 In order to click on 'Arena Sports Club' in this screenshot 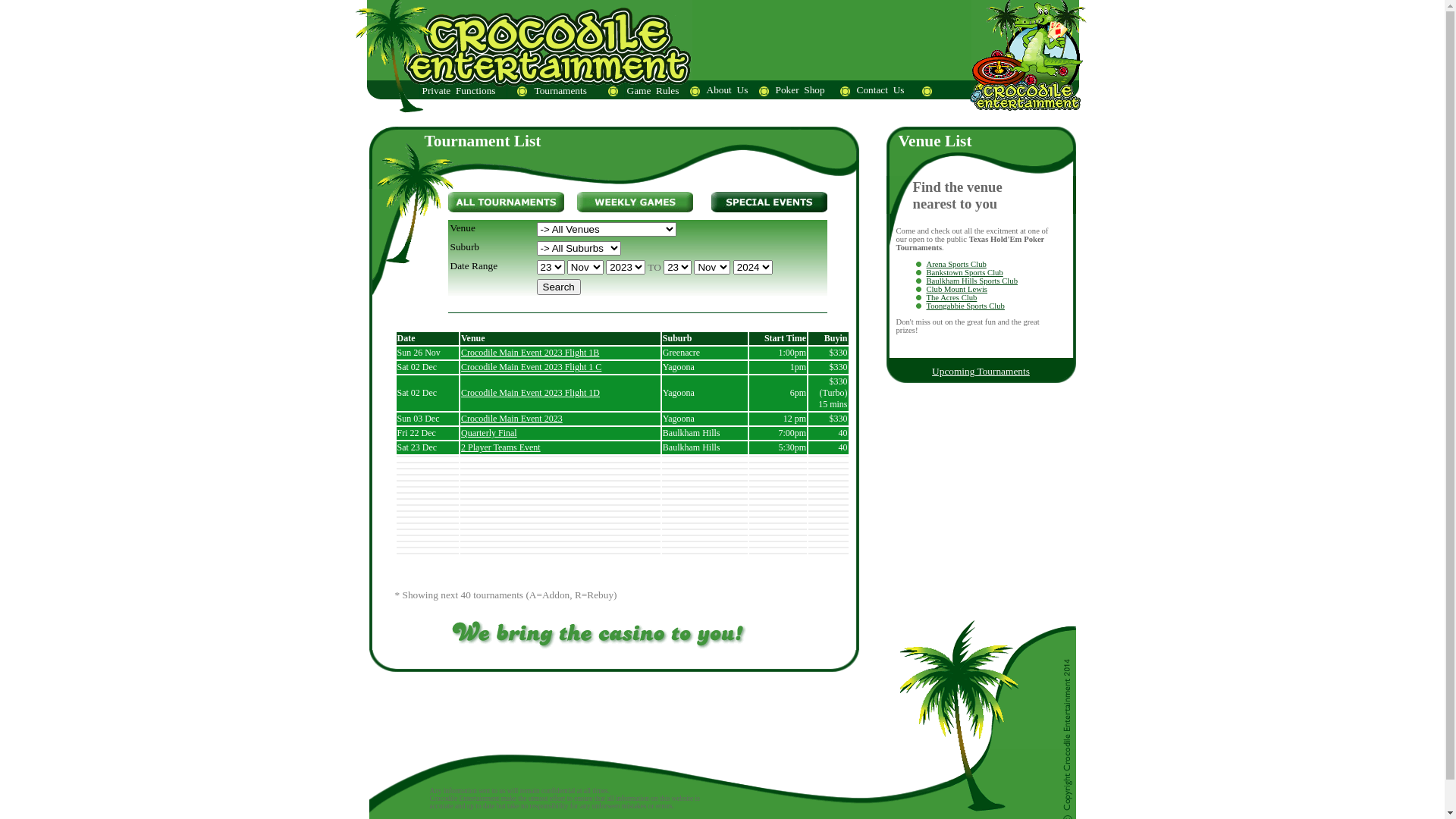, I will do `click(955, 263)`.